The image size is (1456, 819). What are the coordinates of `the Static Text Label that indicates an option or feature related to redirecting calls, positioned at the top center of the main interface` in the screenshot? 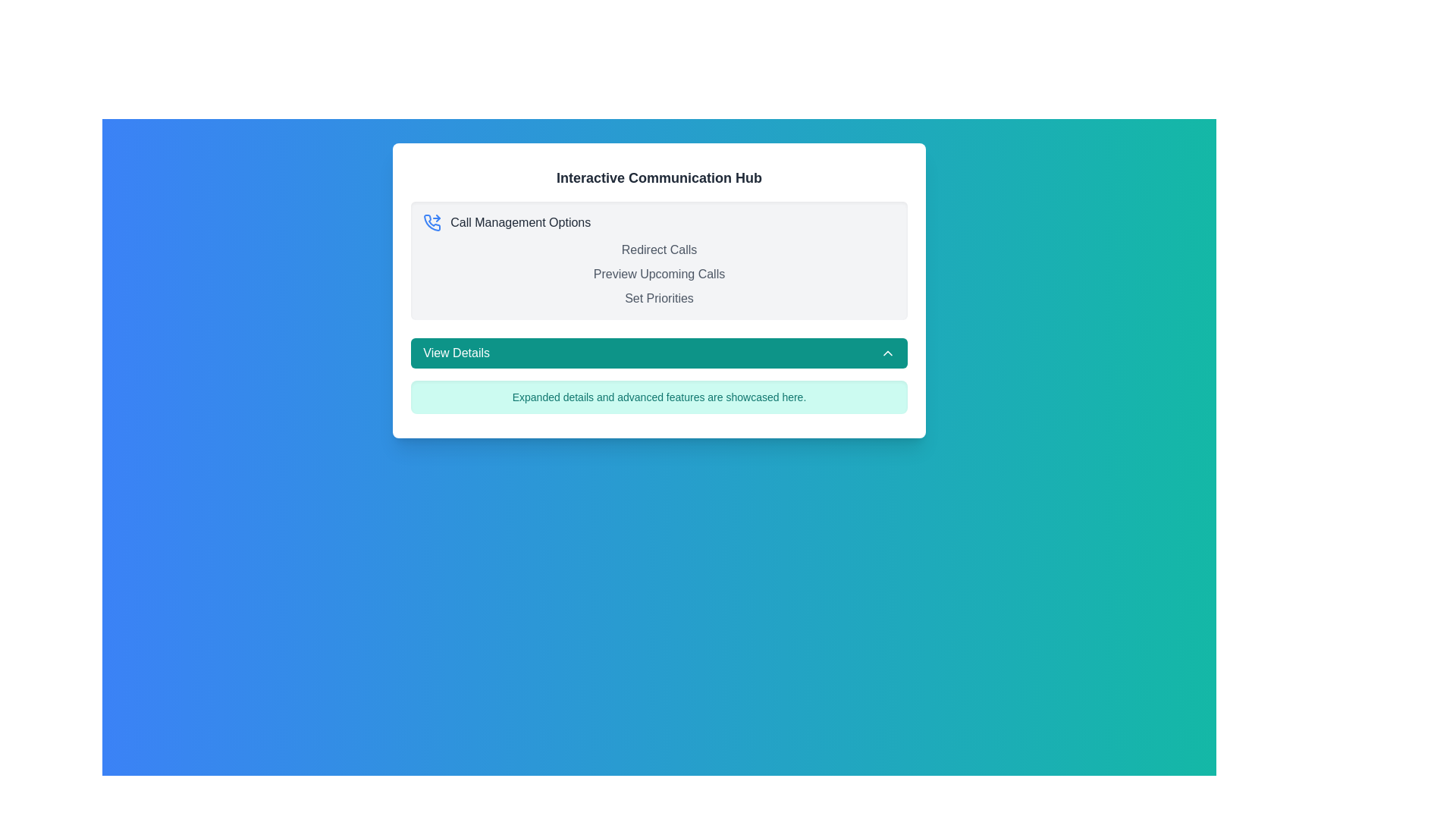 It's located at (659, 249).